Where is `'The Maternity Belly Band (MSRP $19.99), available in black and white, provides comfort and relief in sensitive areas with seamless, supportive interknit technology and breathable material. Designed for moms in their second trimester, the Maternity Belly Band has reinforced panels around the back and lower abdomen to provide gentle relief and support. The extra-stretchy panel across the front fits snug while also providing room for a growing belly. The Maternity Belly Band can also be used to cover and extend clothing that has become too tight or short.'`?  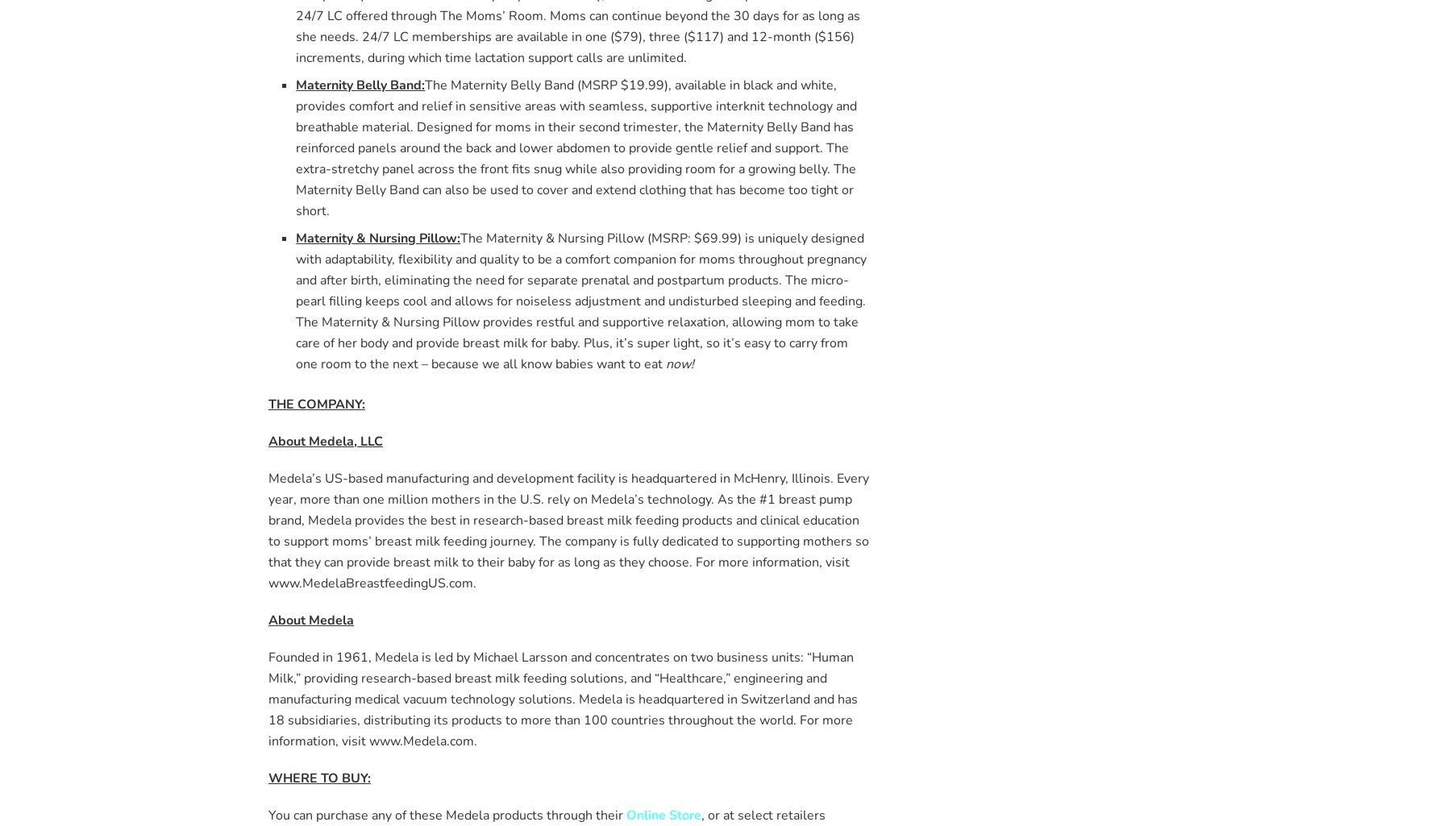 'The Maternity Belly Band (MSRP $19.99), available in black and white, provides comfort and relief in sensitive areas with seamless, supportive interknit technology and breathable material. Designed for moms in their second trimester, the Maternity Belly Band has reinforced panels around the back and lower abdomen to provide gentle relief and support. The extra-stretchy panel across the front fits snug while also providing room for a growing belly. The Maternity Belly Band can also be used to cover and extend clothing that has become too tight or short.' is located at coordinates (576, 146).